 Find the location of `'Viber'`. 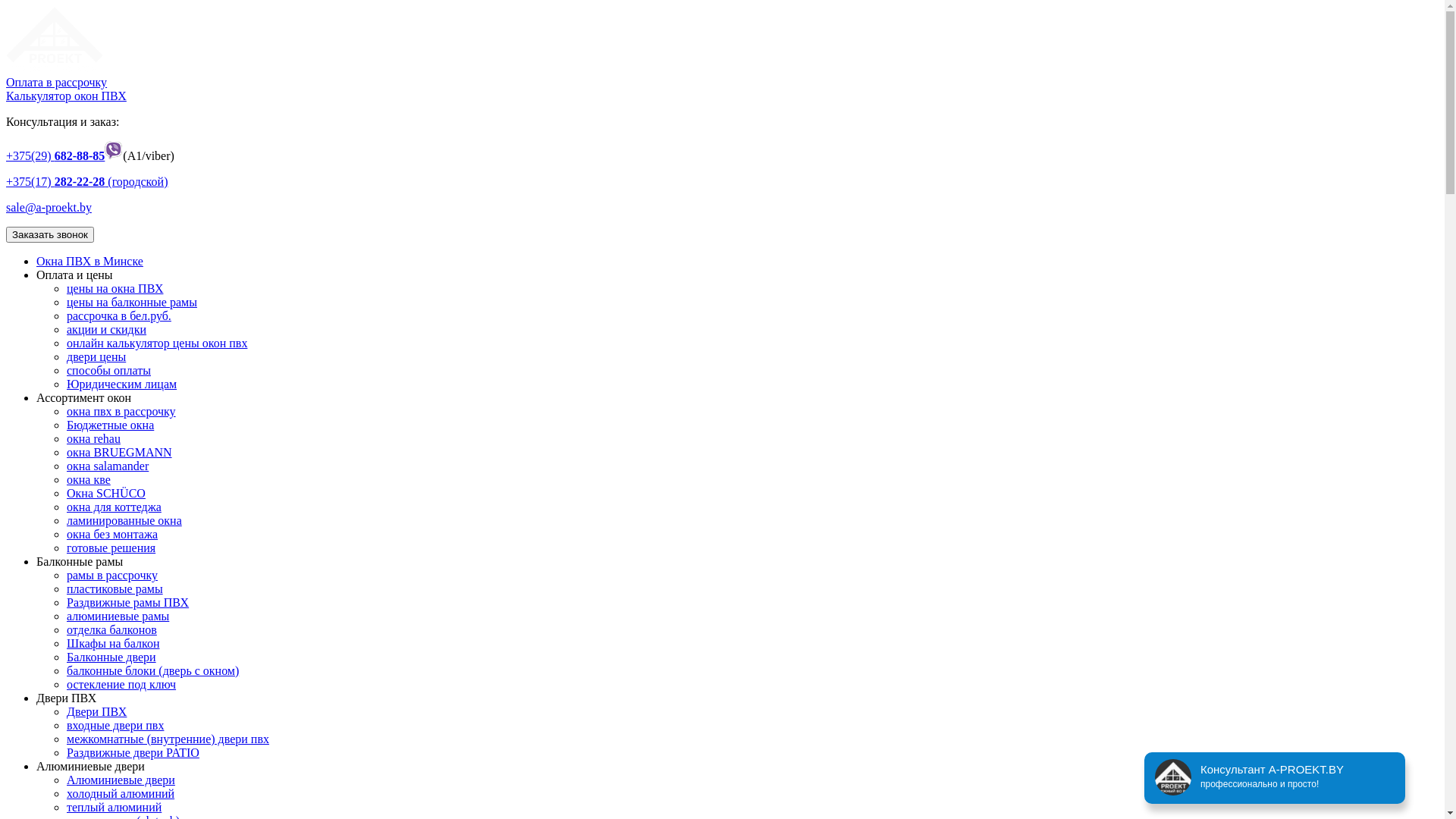

'Viber' is located at coordinates (112, 155).